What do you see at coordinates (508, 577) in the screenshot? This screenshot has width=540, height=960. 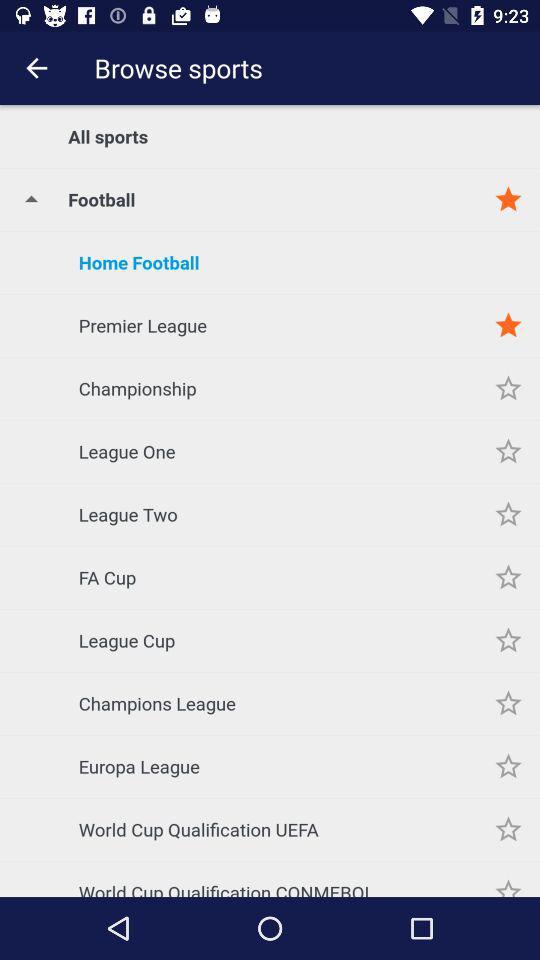 I see `option` at bounding box center [508, 577].